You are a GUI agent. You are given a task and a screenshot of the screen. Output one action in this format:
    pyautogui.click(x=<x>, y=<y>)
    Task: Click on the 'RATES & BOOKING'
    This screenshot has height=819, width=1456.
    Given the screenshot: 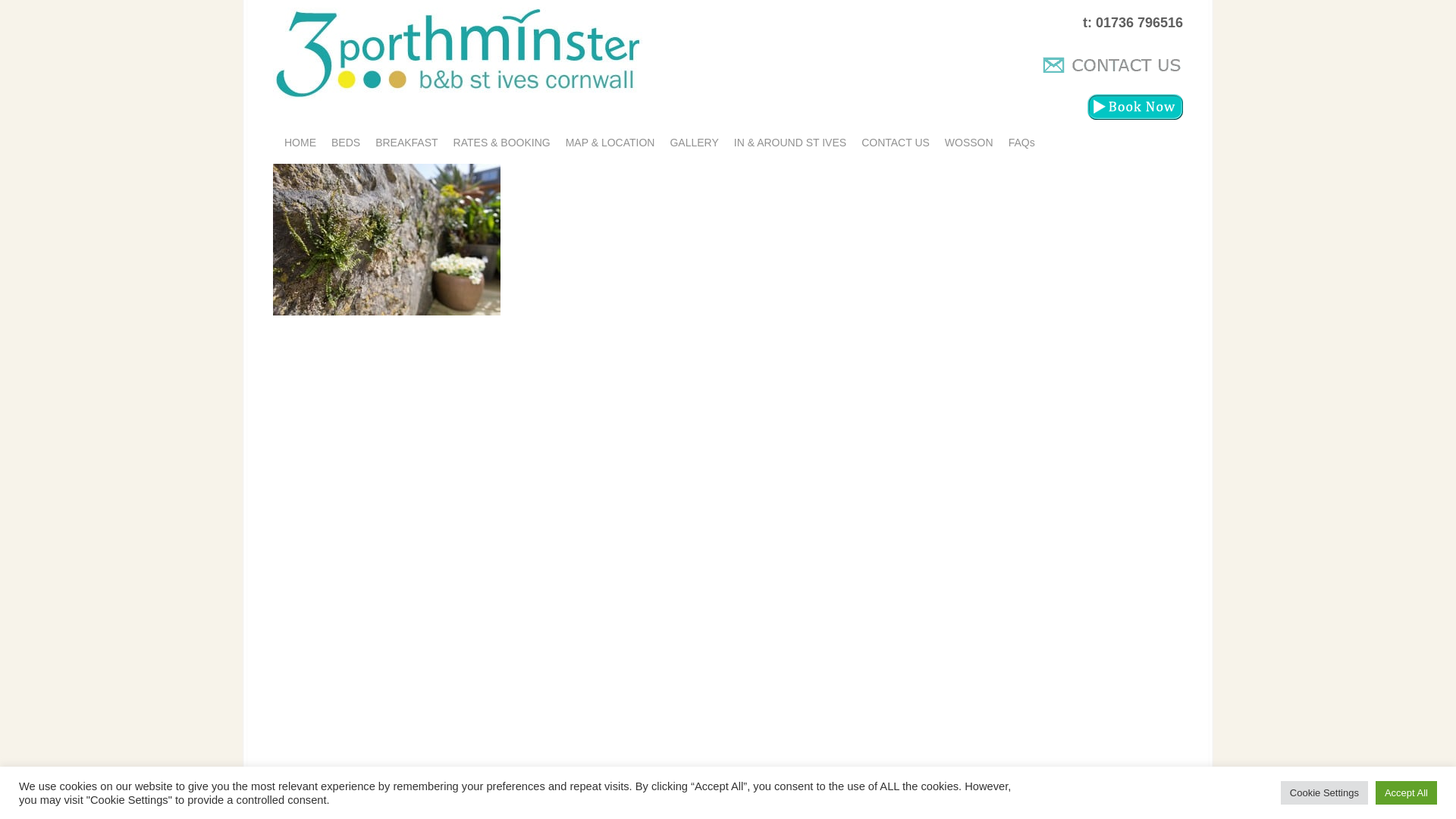 What is the action you would take?
    pyautogui.click(x=502, y=143)
    